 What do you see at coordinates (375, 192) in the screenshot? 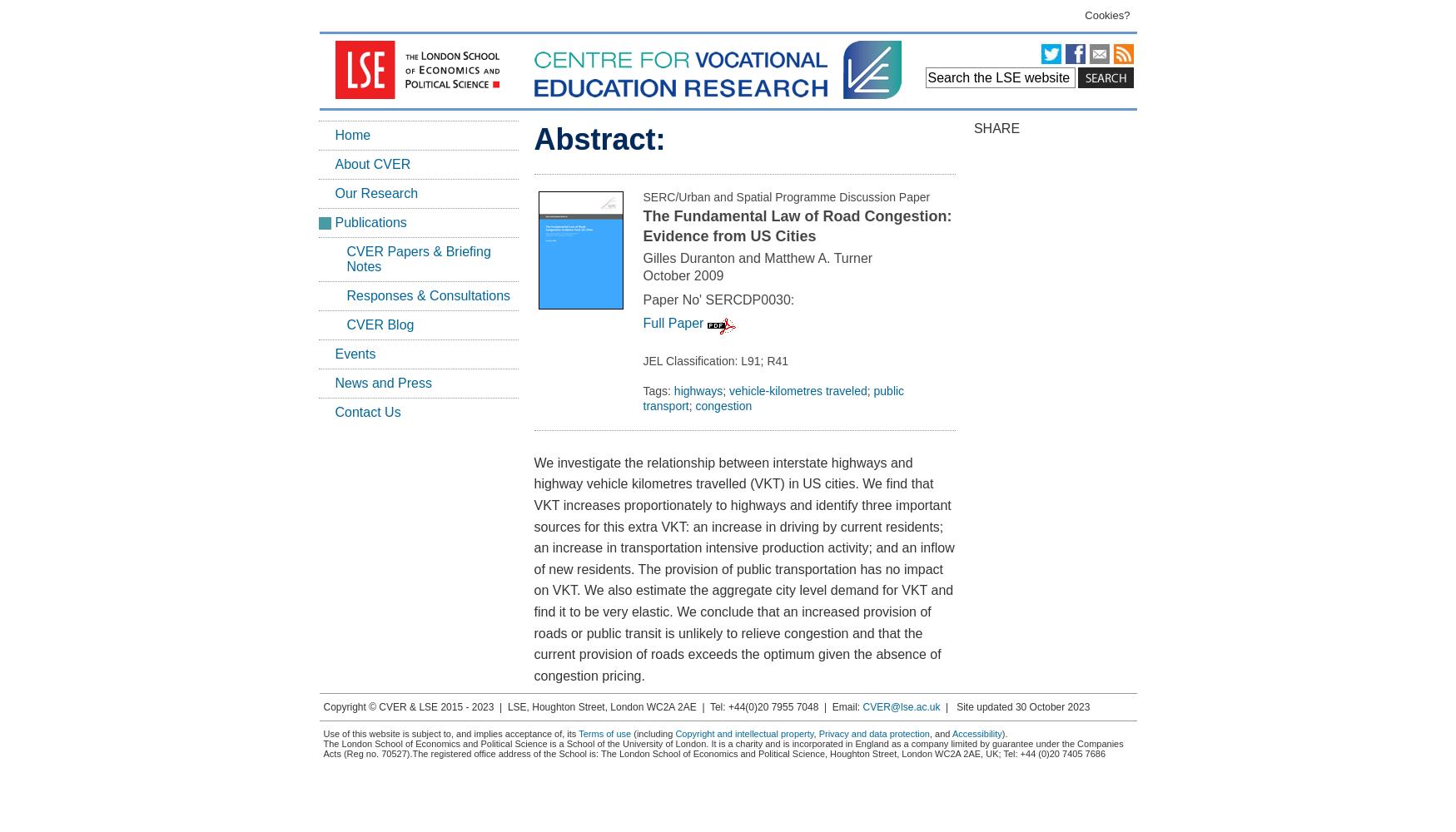
I see `'Our Research'` at bounding box center [375, 192].